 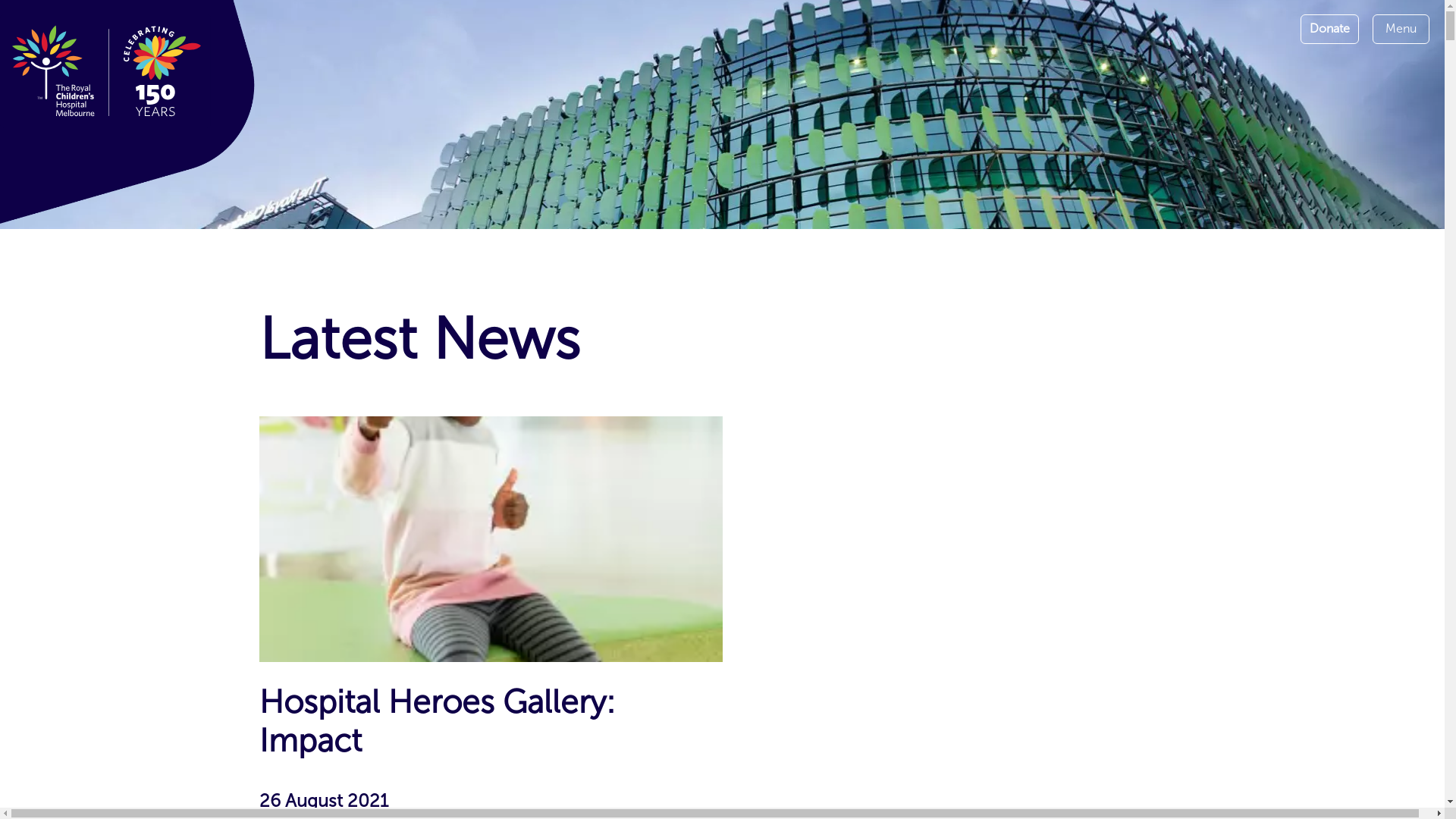 I want to click on 'Menu', so click(x=1400, y=29).